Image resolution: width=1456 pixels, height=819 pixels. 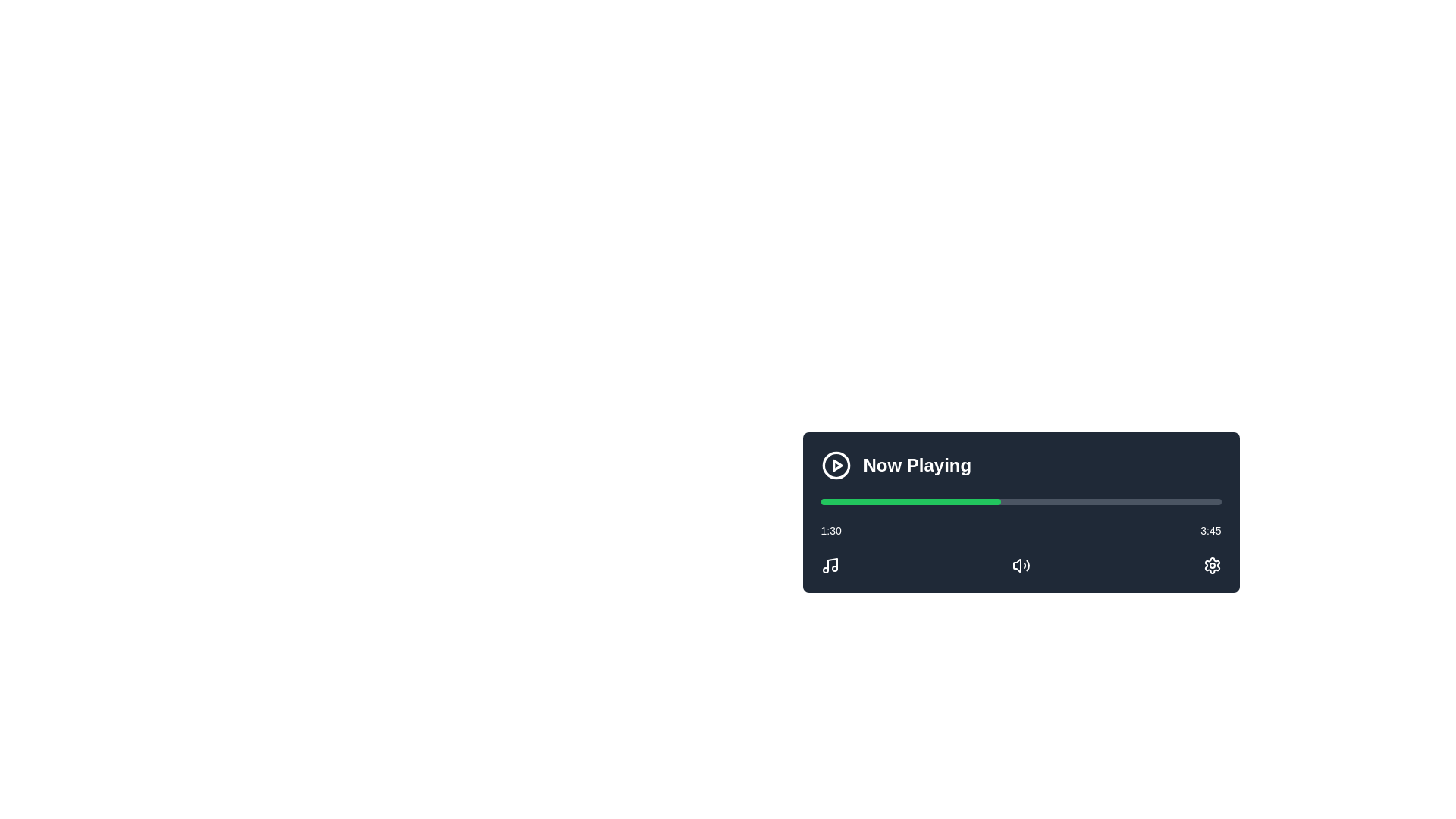 I want to click on the outermost arc of the speaker icon located on the bottom panel of the media controls to trigger a tooltip or highlight, so click(x=1028, y=565).